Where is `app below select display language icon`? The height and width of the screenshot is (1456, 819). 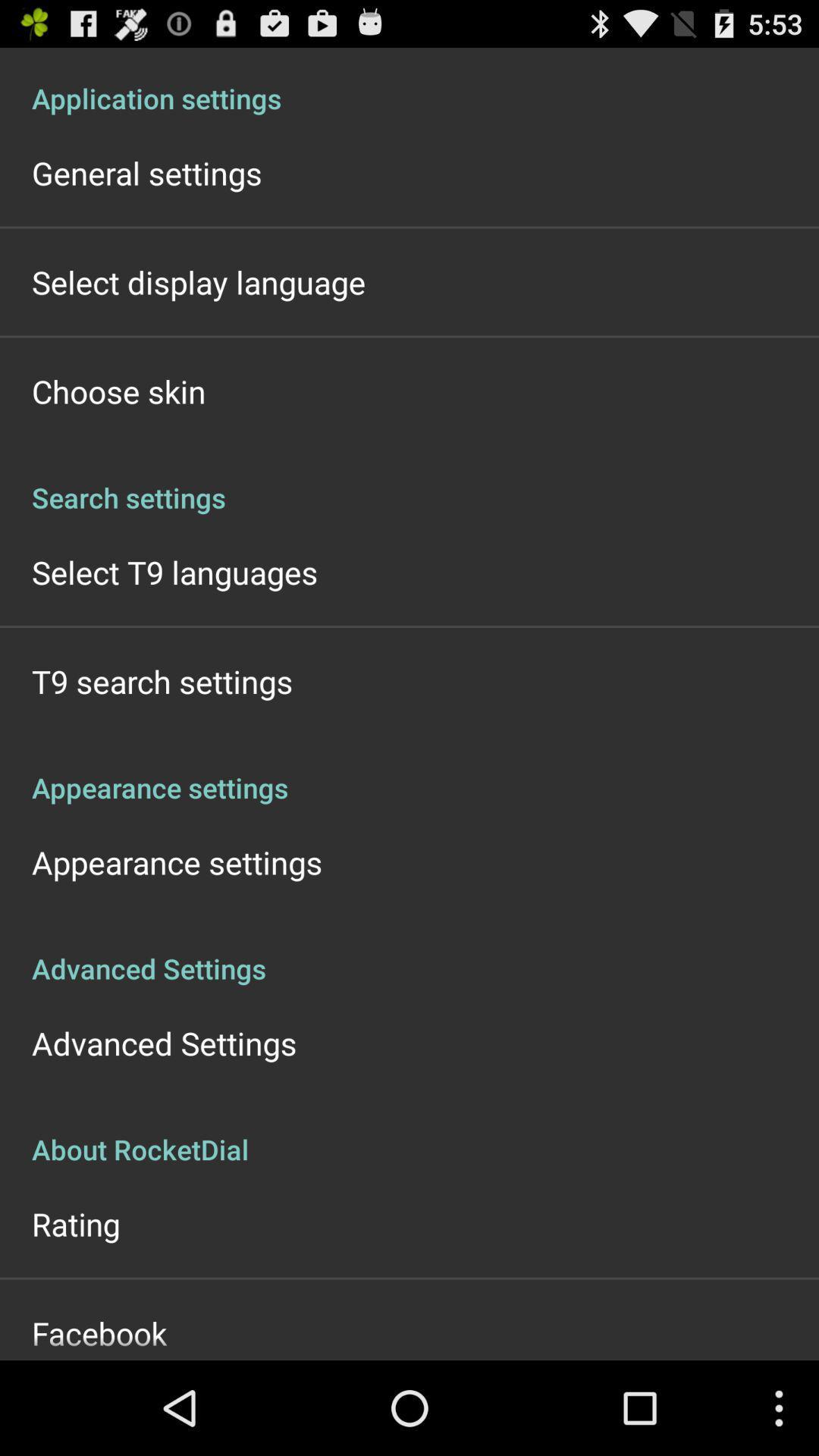
app below select display language icon is located at coordinates (118, 391).